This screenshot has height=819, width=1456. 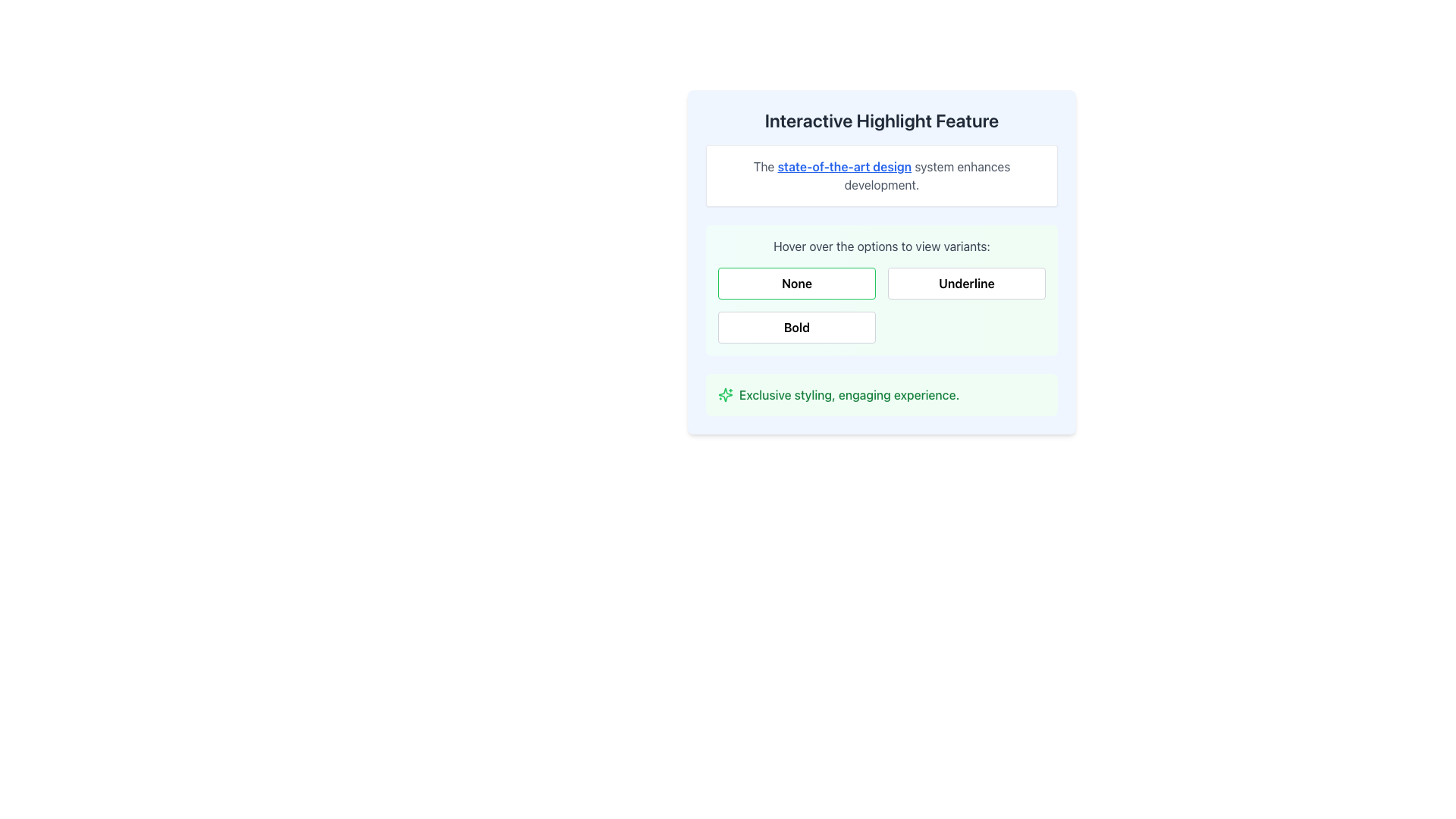 I want to click on the 'Underline' button located in the top-right corner of the 2x2 grid, so click(x=966, y=284).